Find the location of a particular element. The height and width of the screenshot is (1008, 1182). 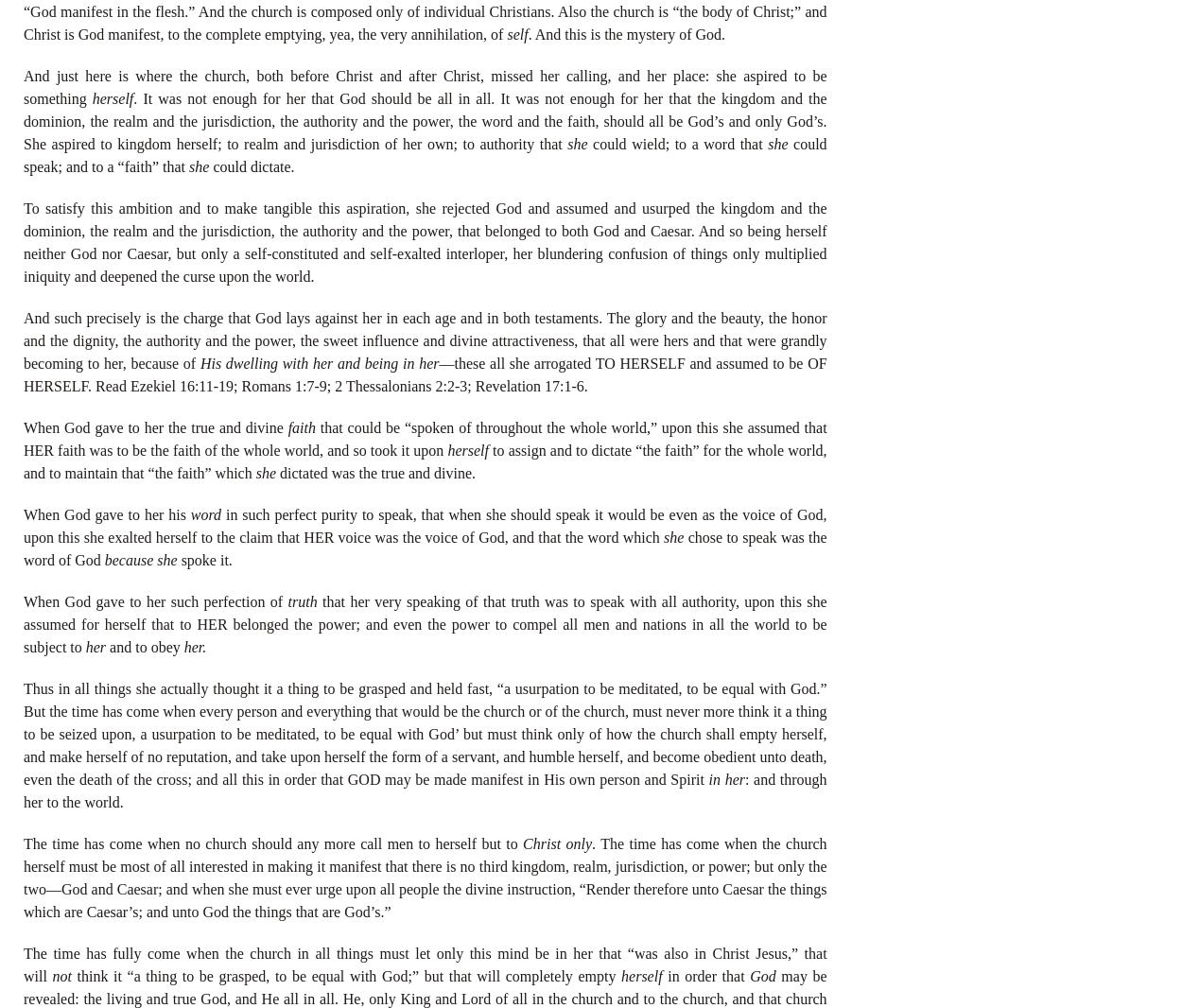

'To satisfy this ambition and to make tangible this aspiration, she rejected God and assumed and usurped the kingdom and the dominion, the realm and the jurisdiction, the authority and the power, that belonged to both God and Caesar. And so being herself neither God nor Caesar, but only a self-constituted and self-exalted interloper, her blundering confusion of things only multiplied iniquity and deepened the curse upon the world.' is located at coordinates (24, 240).